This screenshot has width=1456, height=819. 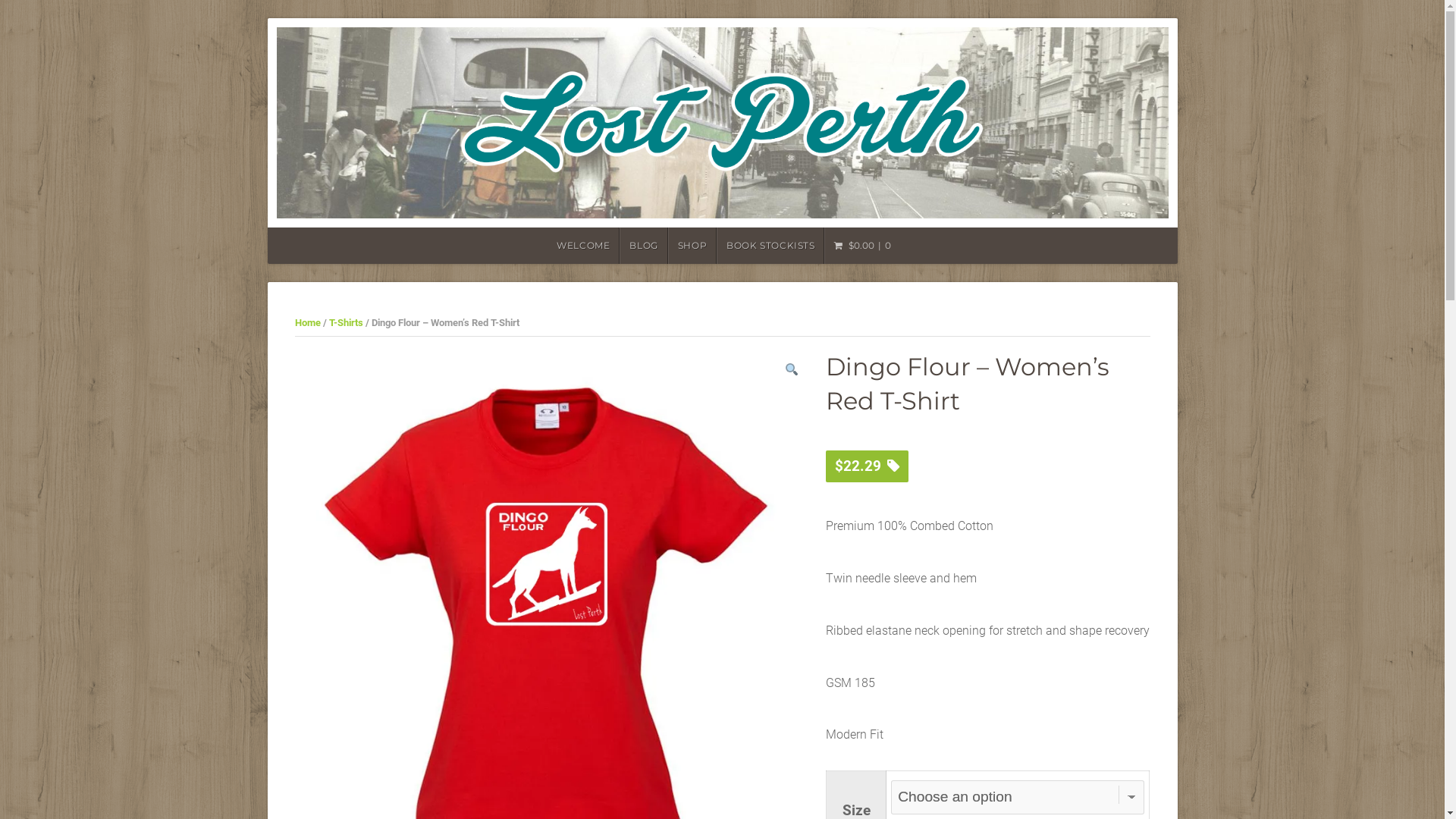 What do you see at coordinates (581, 245) in the screenshot?
I see `'WELCOME'` at bounding box center [581, 245].